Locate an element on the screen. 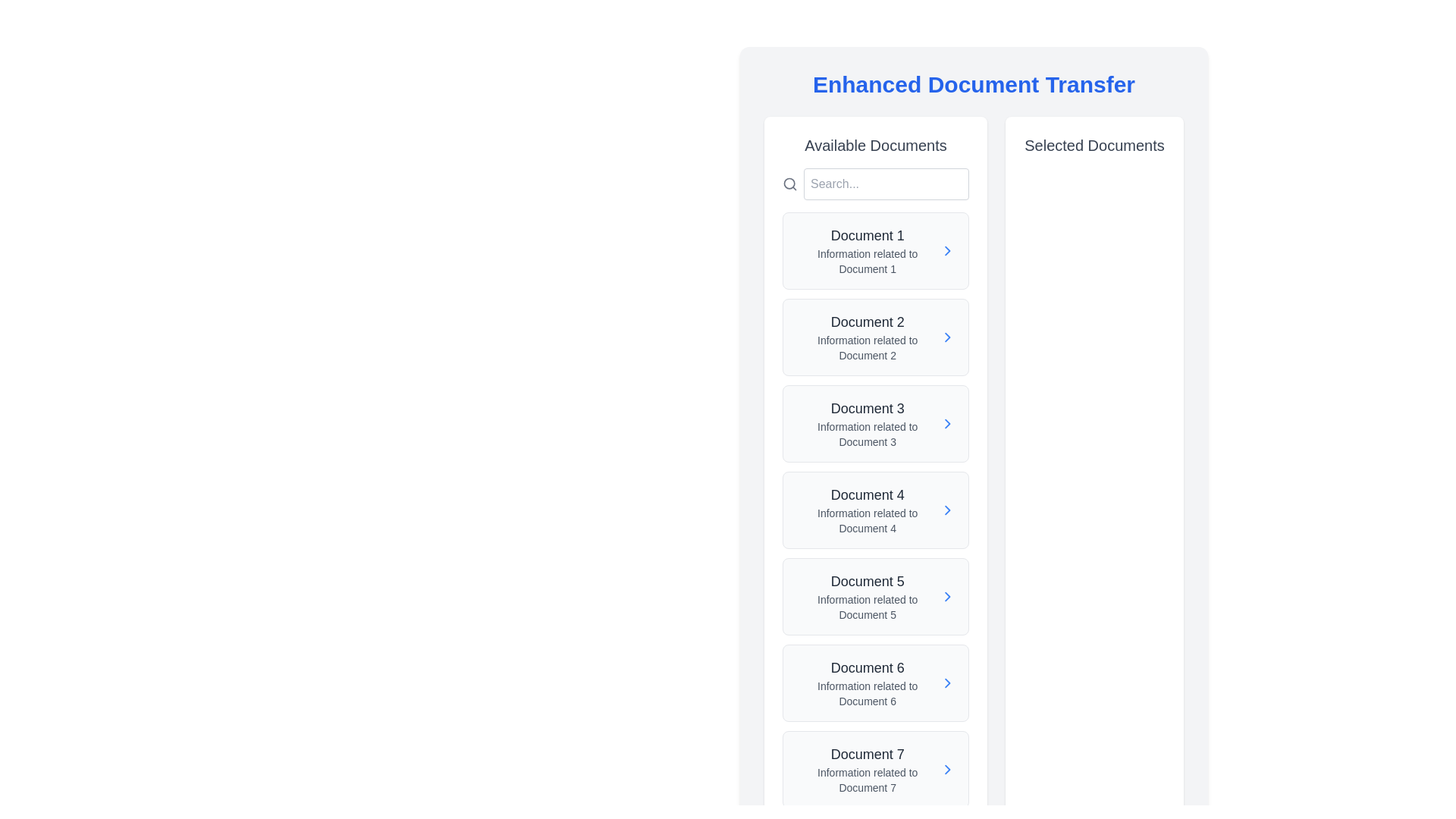 The image size is (1456, 819). the Text display element that presents information about 'Document 2', located in the list of 'Available Documents' is located at coordinates (868, 336).